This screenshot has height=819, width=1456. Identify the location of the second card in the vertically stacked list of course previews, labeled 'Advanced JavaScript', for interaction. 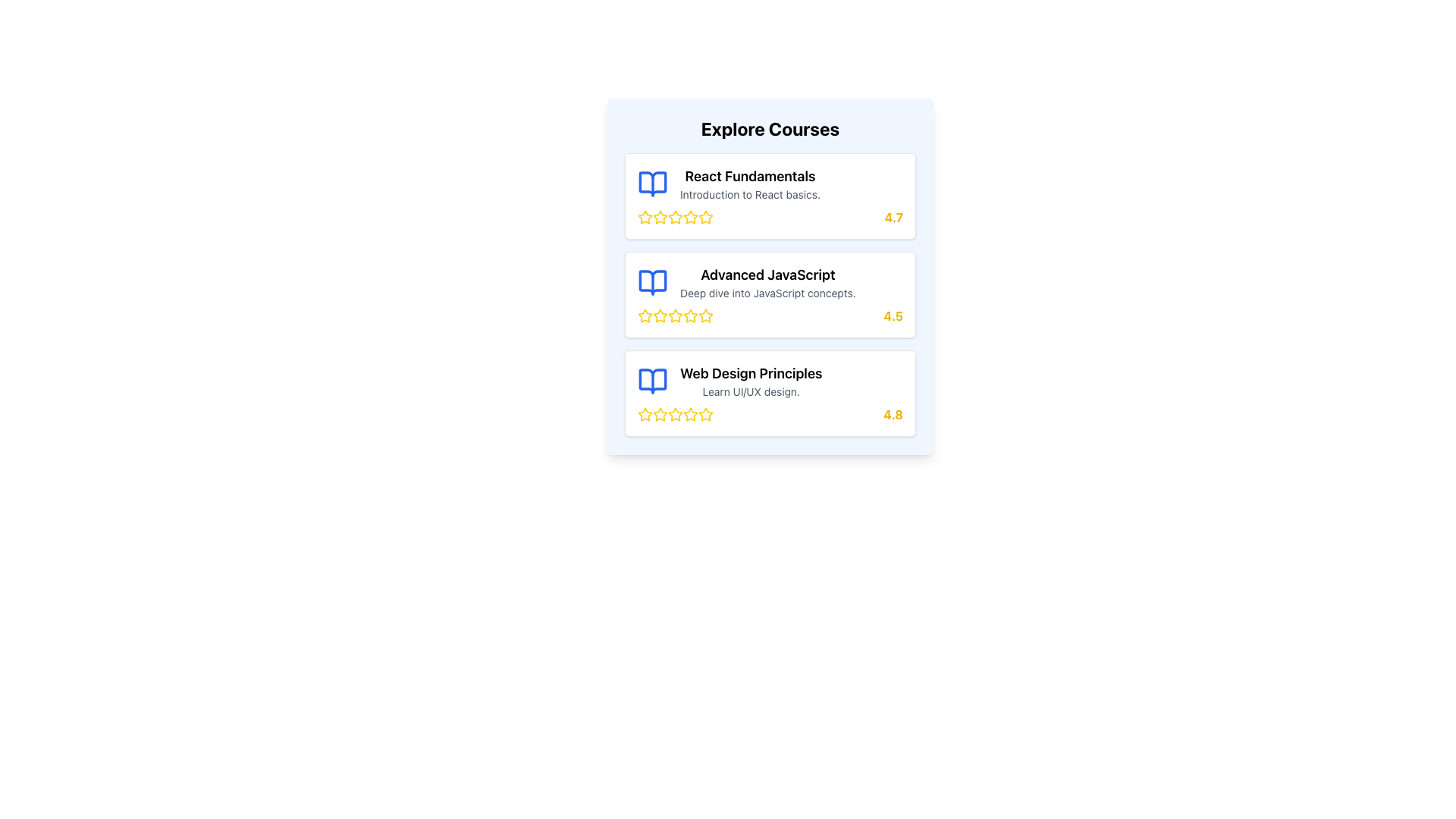
(770, 295).